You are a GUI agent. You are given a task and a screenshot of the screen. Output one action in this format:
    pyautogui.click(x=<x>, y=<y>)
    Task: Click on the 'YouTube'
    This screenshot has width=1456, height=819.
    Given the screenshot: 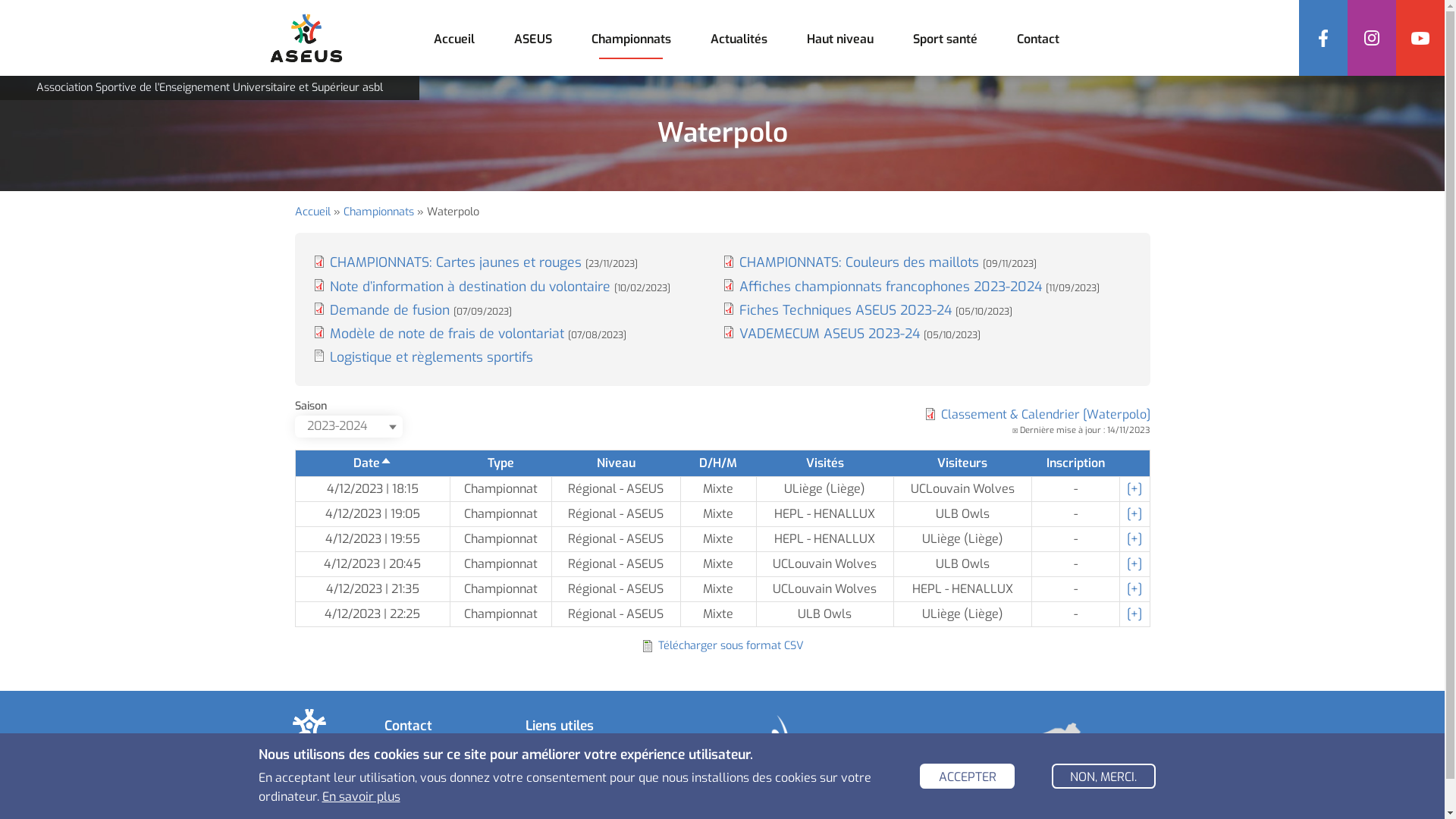 What is the action you would take?
    pyautogui.click(x=1419, y=37)
    